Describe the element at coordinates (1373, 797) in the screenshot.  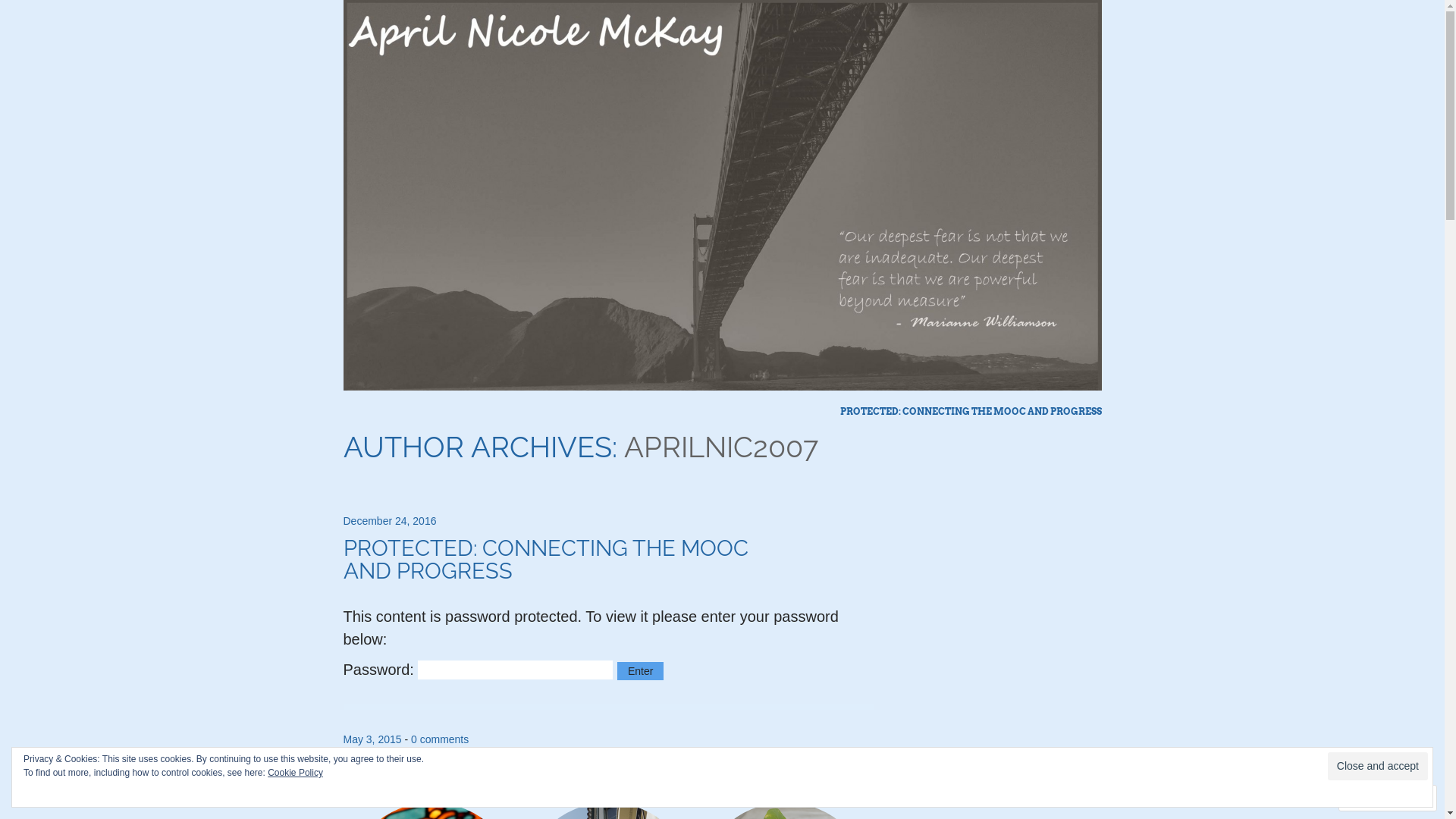
I see `'Follow'` at that location.